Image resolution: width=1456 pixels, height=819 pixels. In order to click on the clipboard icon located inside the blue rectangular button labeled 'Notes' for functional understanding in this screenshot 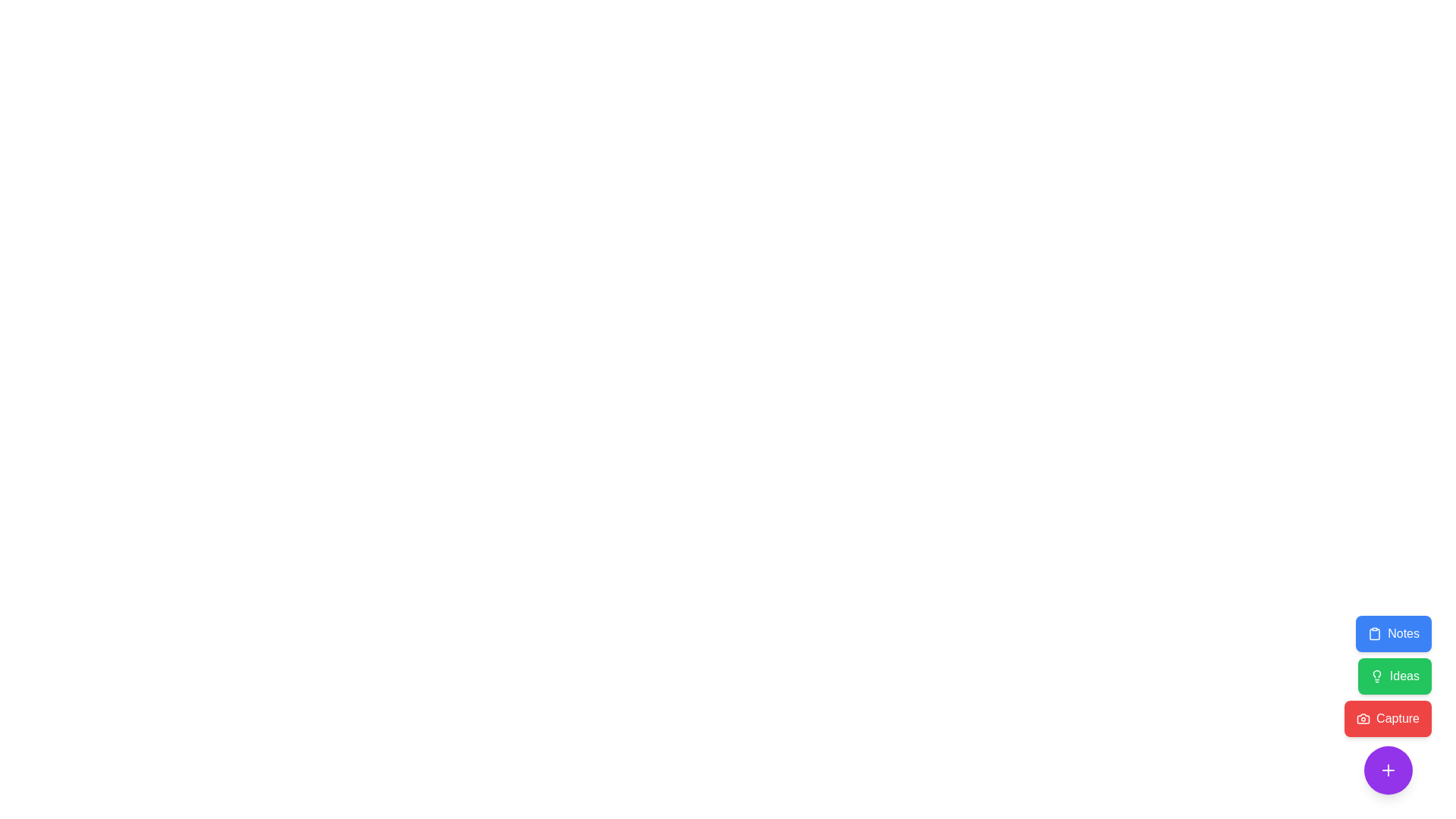, I will do `click(1375, 634)`.